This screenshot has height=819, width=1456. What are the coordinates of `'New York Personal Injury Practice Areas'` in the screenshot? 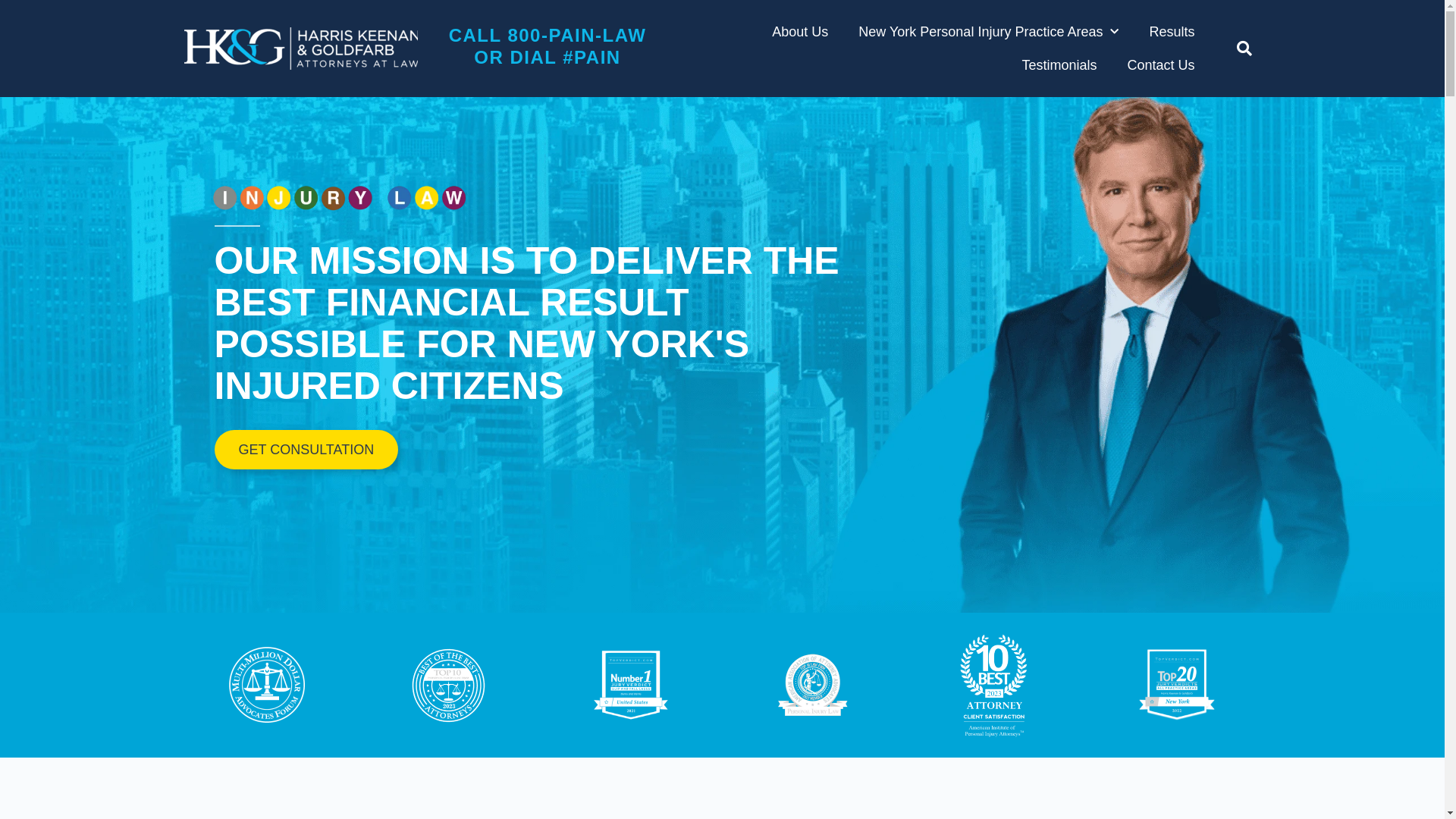 It's located at (988, 32).